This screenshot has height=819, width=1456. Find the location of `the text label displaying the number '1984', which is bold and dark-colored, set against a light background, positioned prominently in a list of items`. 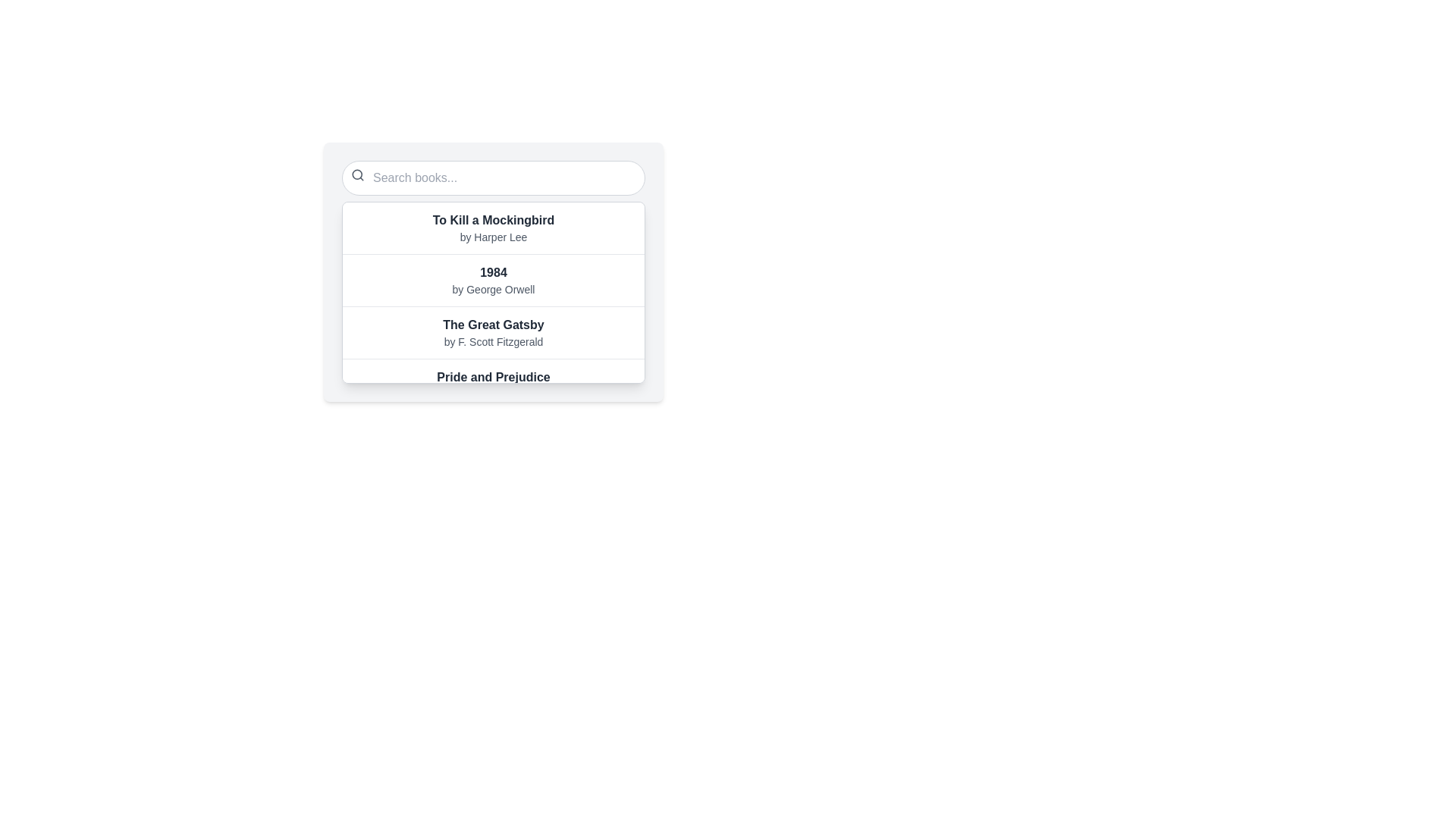

the text label displaying the number '1984', which is bold and dark-colored, set against a light background, positioned prominently in a list of items is located at coordinates (494, 271).